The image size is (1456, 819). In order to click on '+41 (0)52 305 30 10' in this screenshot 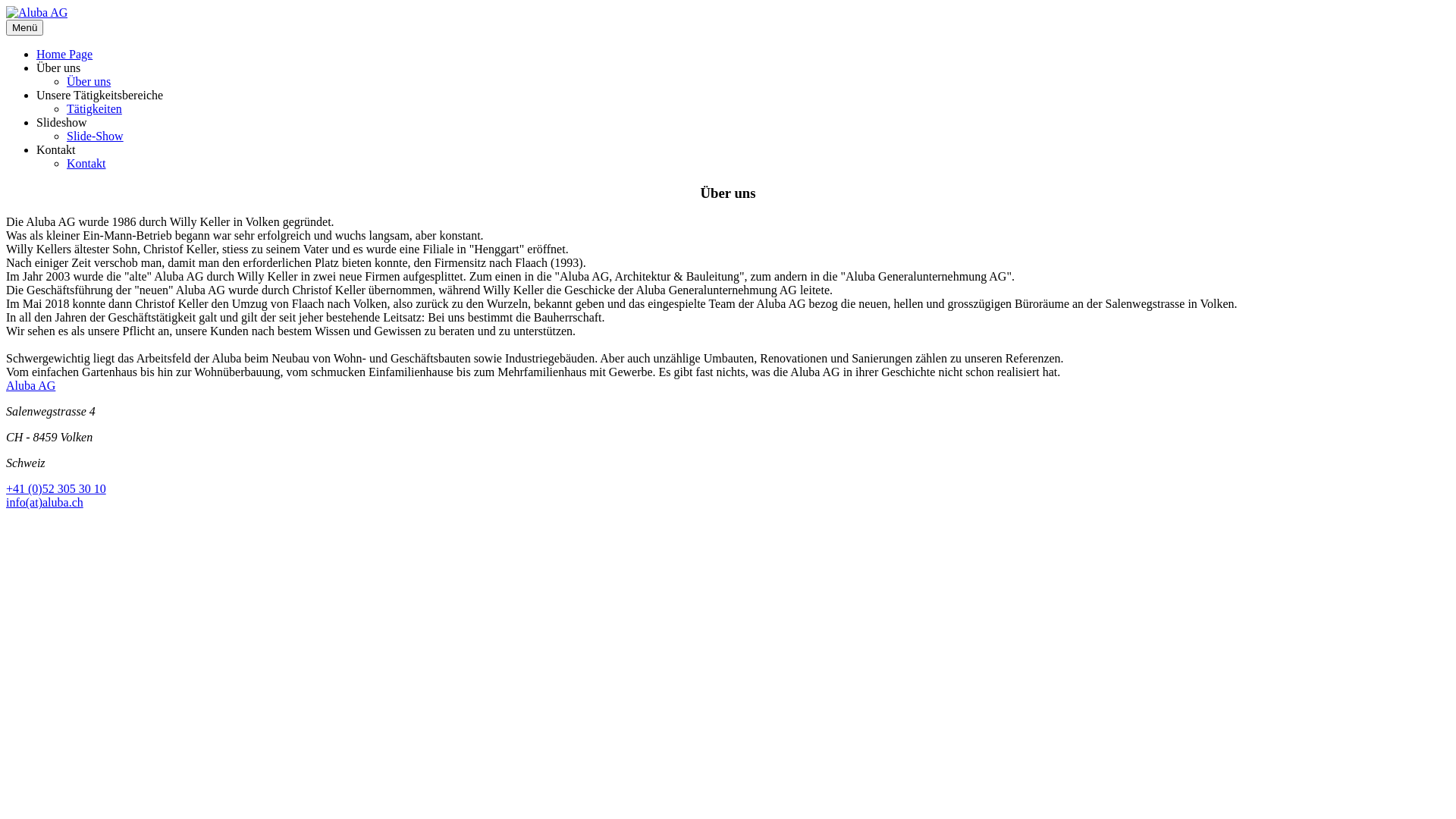, I will do `click(6, 488)`.